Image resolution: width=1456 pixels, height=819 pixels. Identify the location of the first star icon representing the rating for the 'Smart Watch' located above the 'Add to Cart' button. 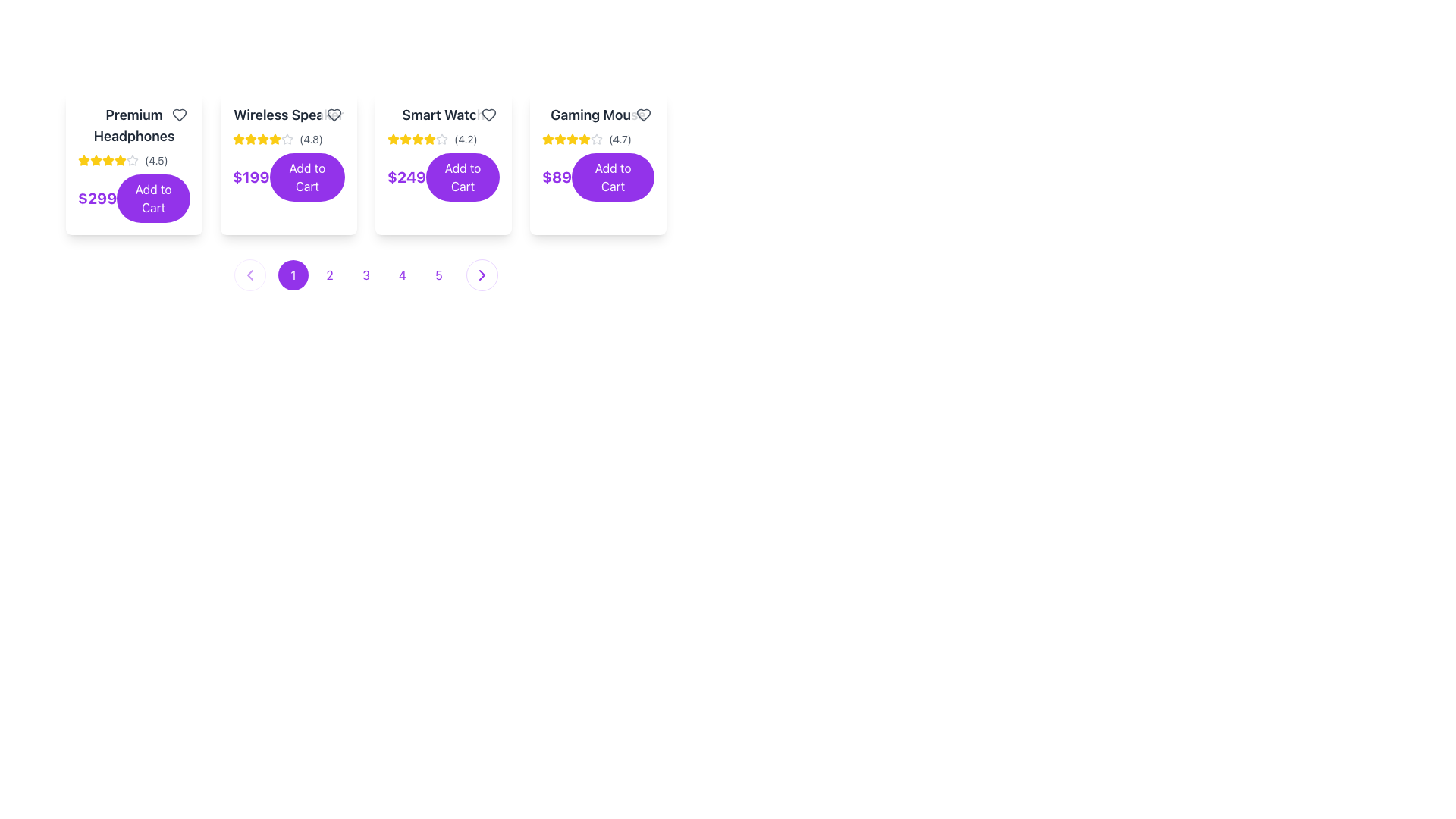
(393, 140).